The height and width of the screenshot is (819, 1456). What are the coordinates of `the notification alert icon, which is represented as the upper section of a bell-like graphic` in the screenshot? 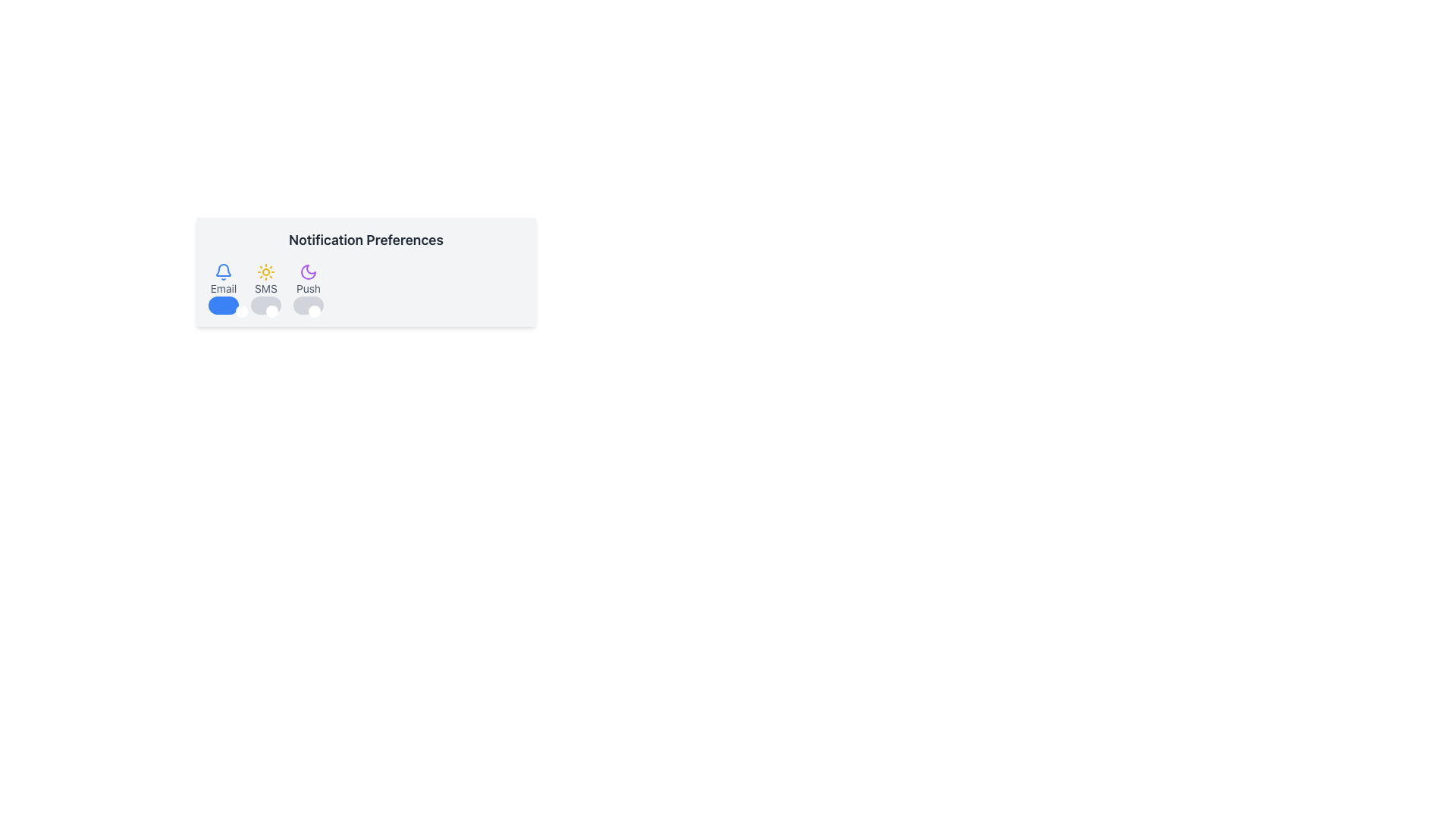 It's located at (222, 269).